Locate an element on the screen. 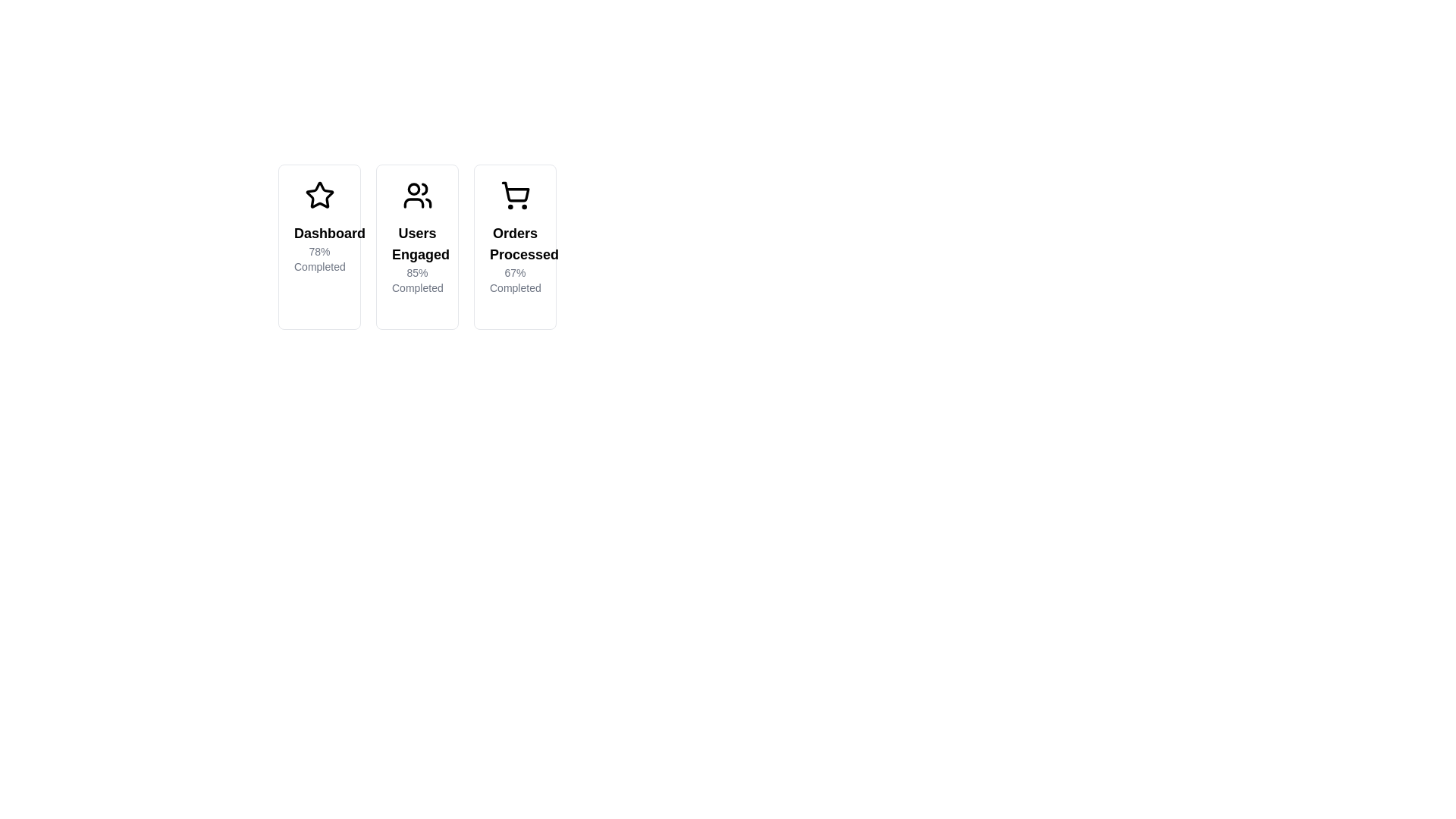 This screenshot has height=819, width=1456. the progress bar display is located at coordinates (490, 309).